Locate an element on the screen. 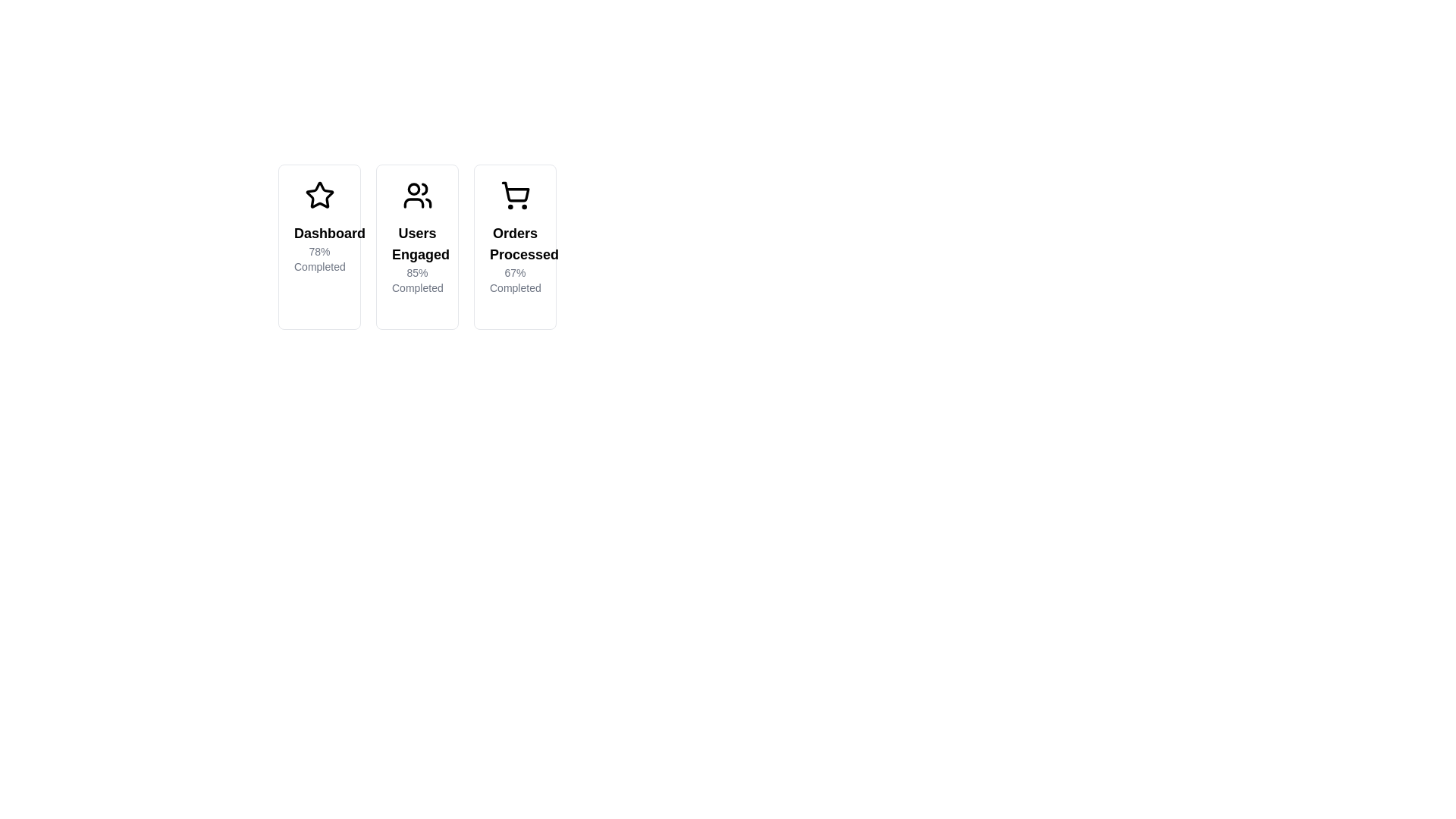 This screenshot has height=819, width=1456. the progress bar display is located at coordinates (490, 309).